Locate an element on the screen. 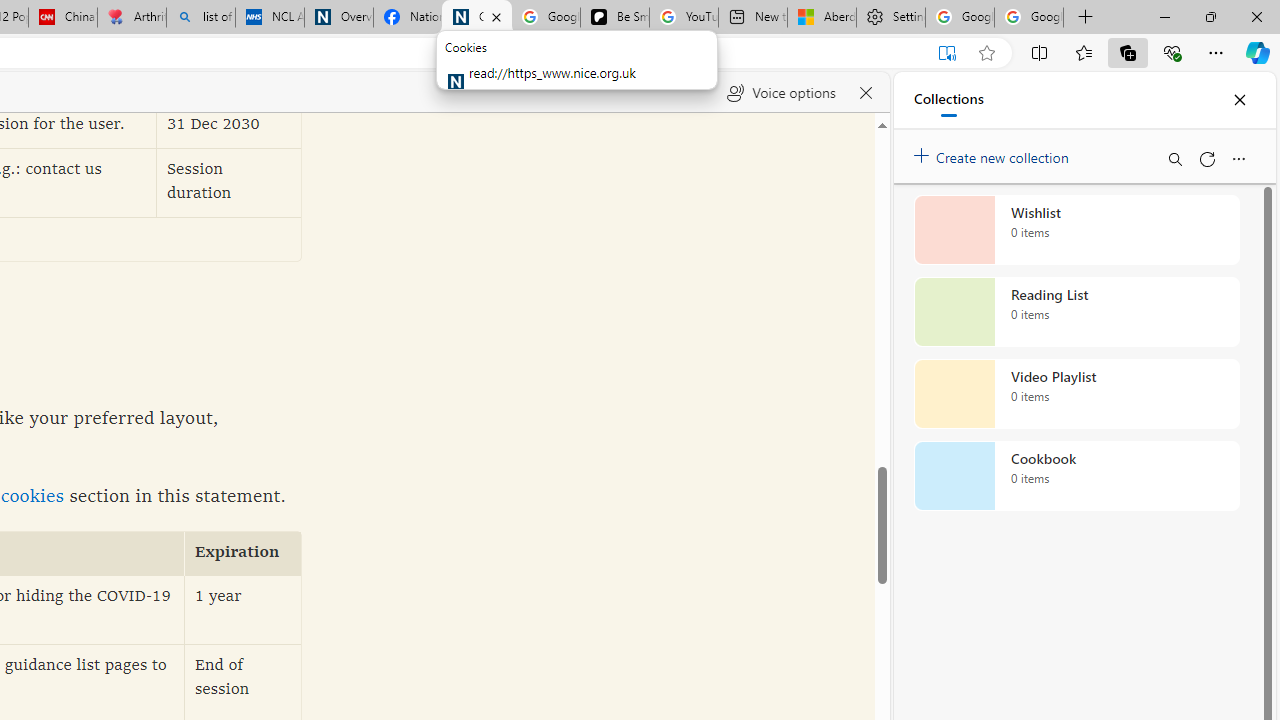  'Cookbook collection, 0 items' is located at coordinates (1076, 475).